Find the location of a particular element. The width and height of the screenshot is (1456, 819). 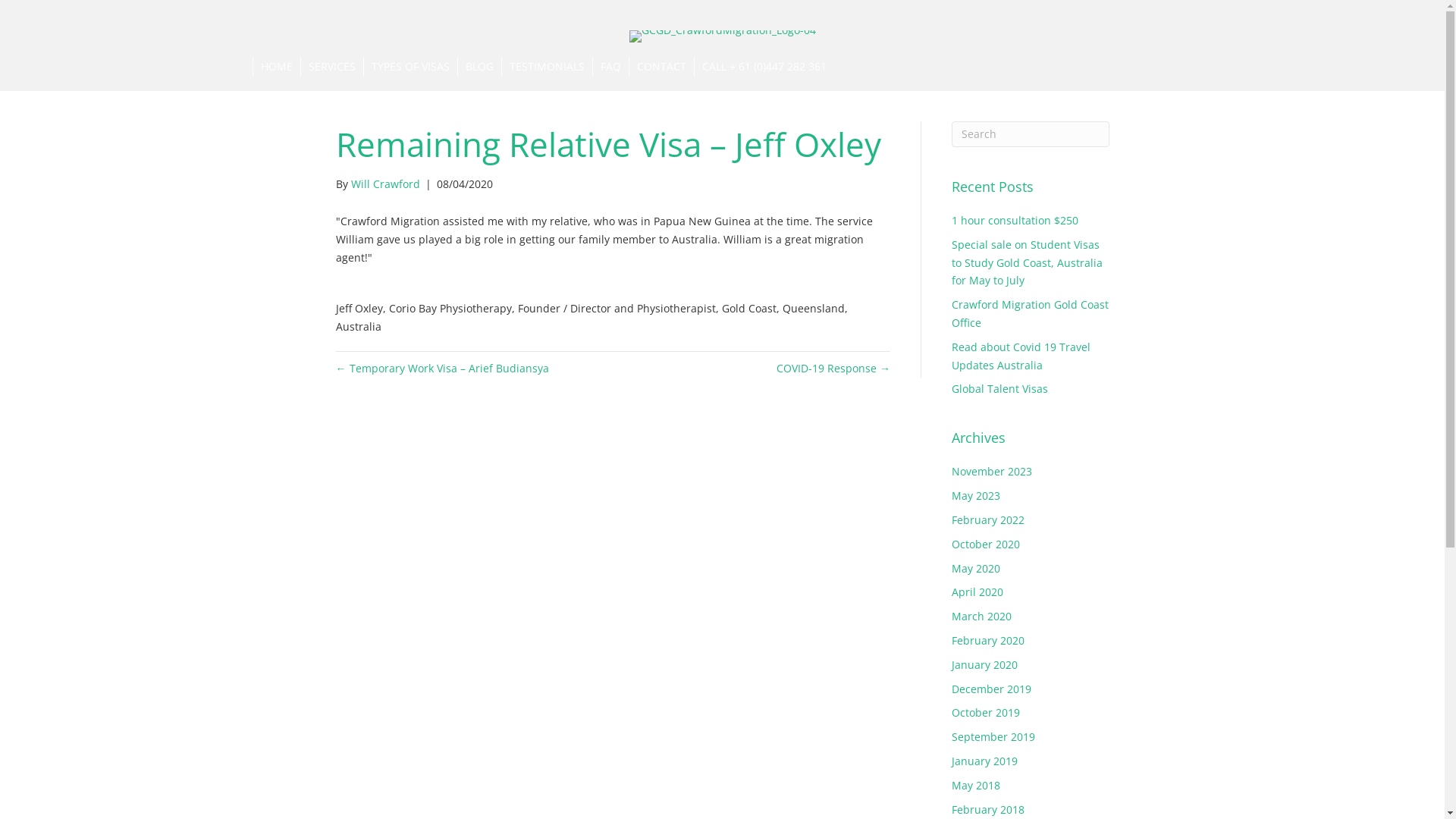

'GCGD_CrawfordMigration_Logo-04' is located at coordinates (722, 35).